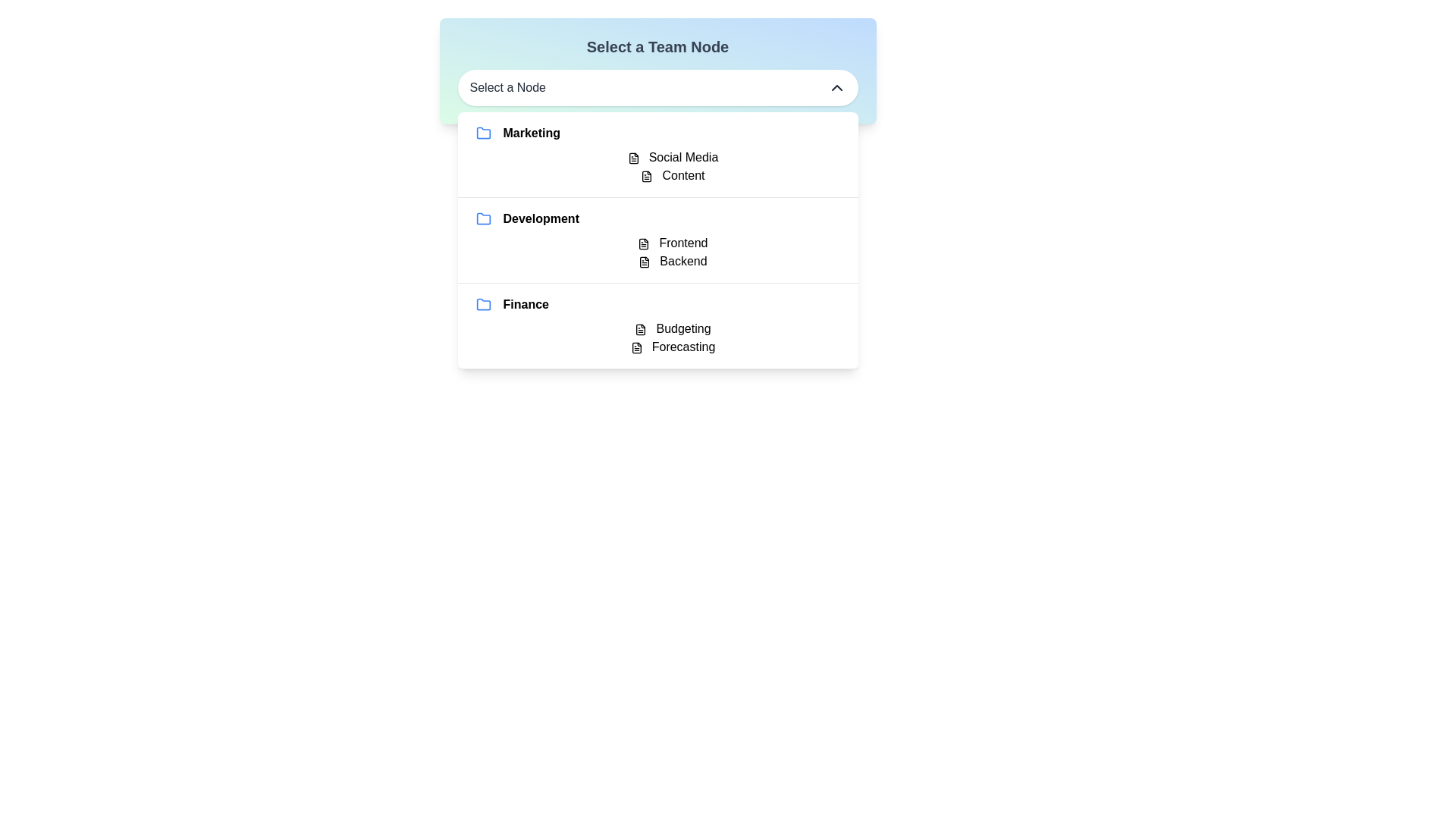 The width and height of the screenshot is (1456, 819). I want to click on the clickable text label with an icon related to 'Budgeting', which is the first item in the 'Finance' section of the dropdown menu, positioned above 'Forecasting', so click(672, 328).